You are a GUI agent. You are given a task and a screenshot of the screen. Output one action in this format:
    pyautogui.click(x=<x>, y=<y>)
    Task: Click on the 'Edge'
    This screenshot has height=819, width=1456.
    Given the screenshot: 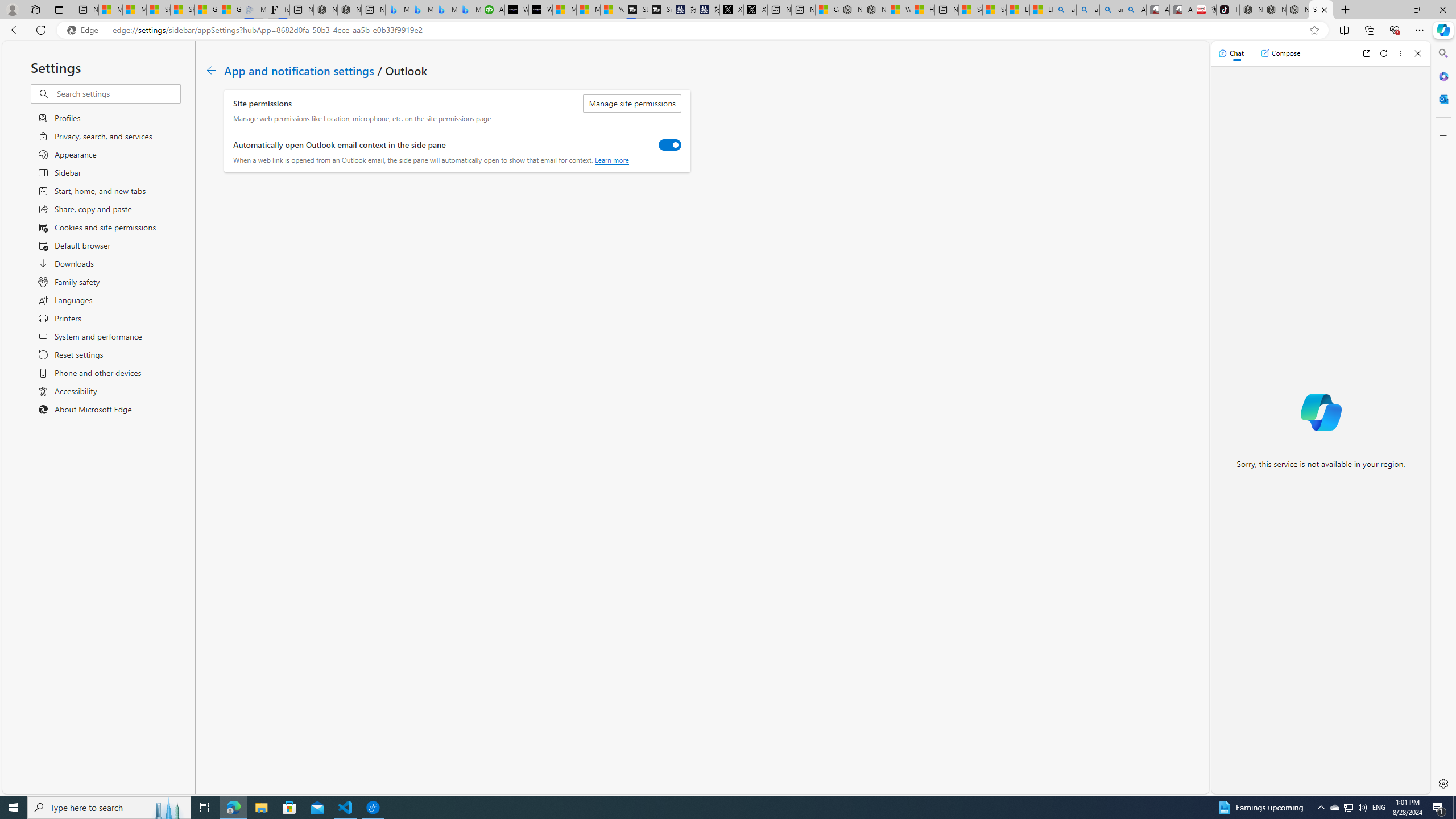 What is the action you would take?
    pyautogui.click(x=84, y=30)
    